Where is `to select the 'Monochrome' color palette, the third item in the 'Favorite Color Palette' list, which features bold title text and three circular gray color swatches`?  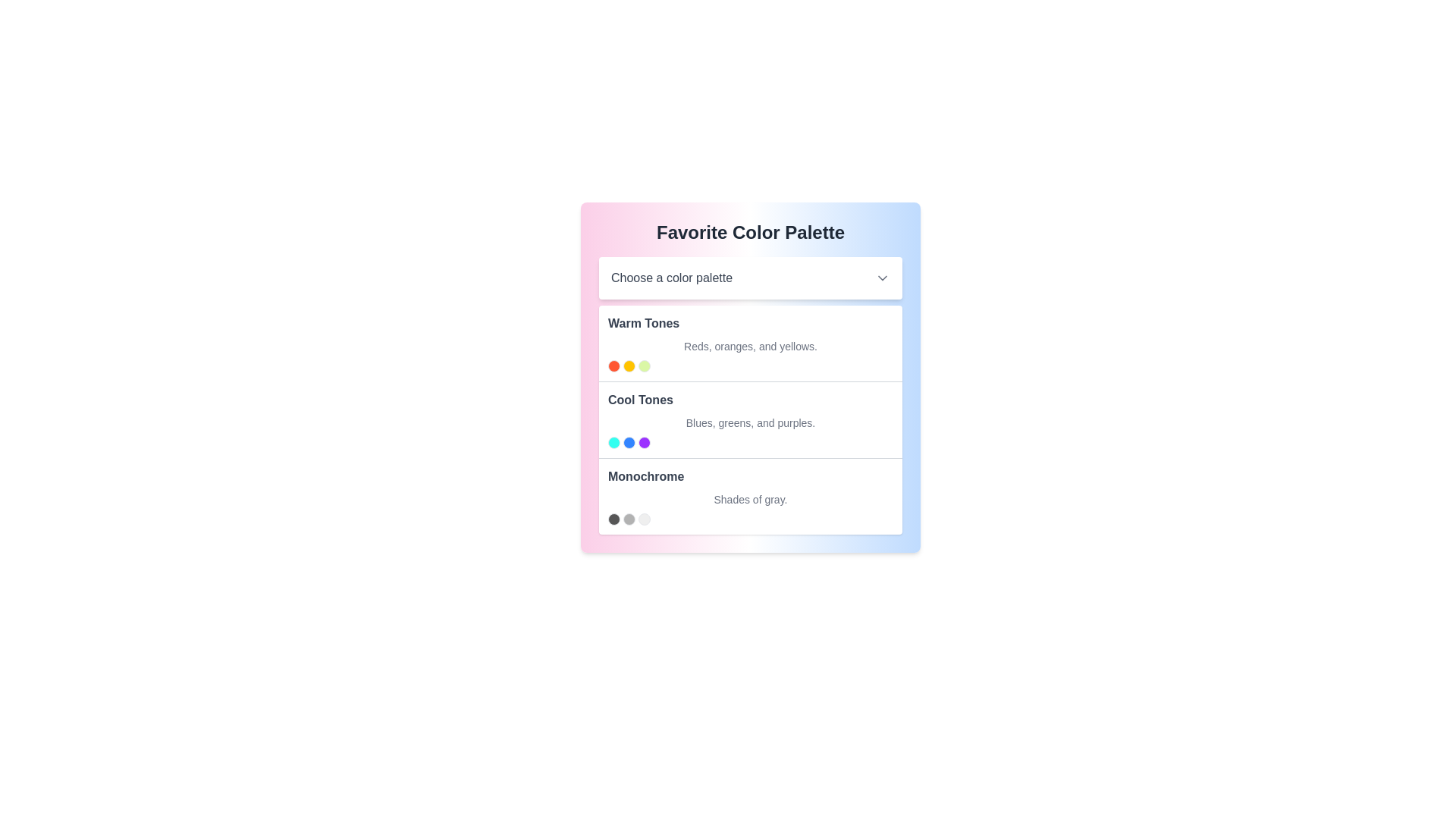 to select the 'Monochrome' color palette, the third item in the 'Favorite Color Palette' list, which features bold title text and three circular gray color swatches is located at coordinates (750, 496).